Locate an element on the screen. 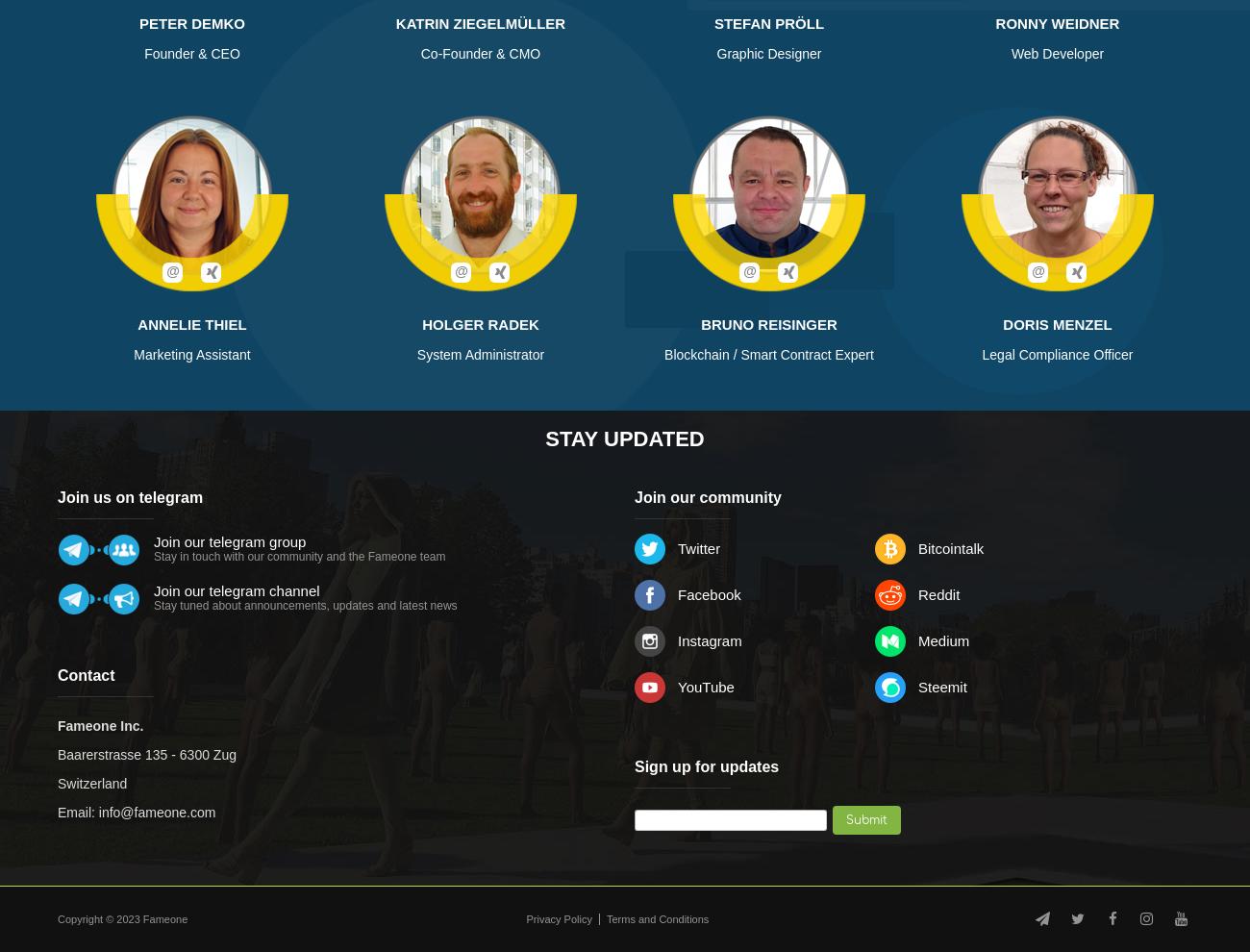 This screenshot has height=952, width=1250. 'Instagram' is located at coordinates (710, 640).